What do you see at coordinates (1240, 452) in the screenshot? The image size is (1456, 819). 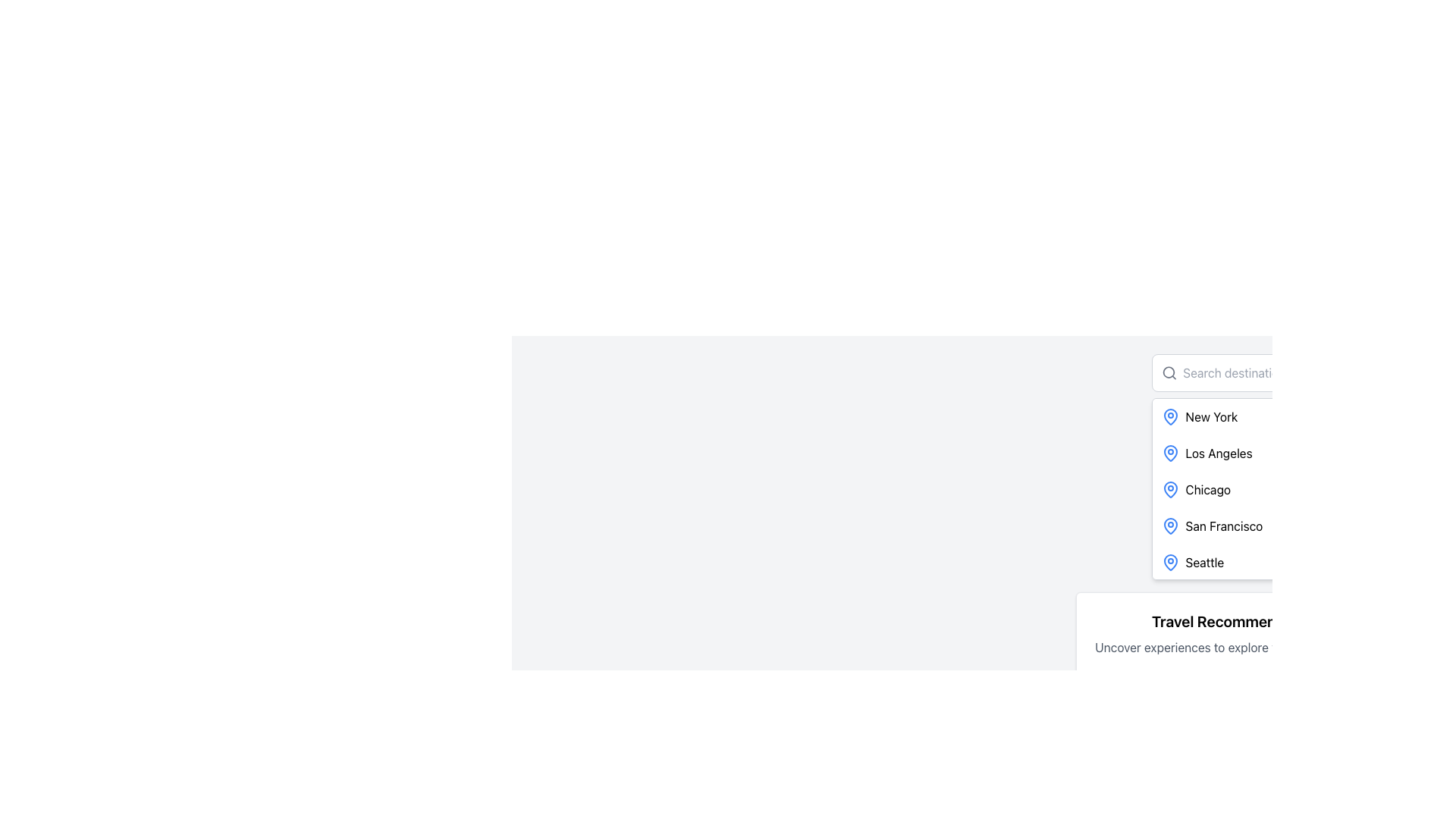 I see `to select the list item labeled 'Los Angeles', which is the second item in a vertical list and features a blue pin icon on the left` at bounding box center [1240, 452].